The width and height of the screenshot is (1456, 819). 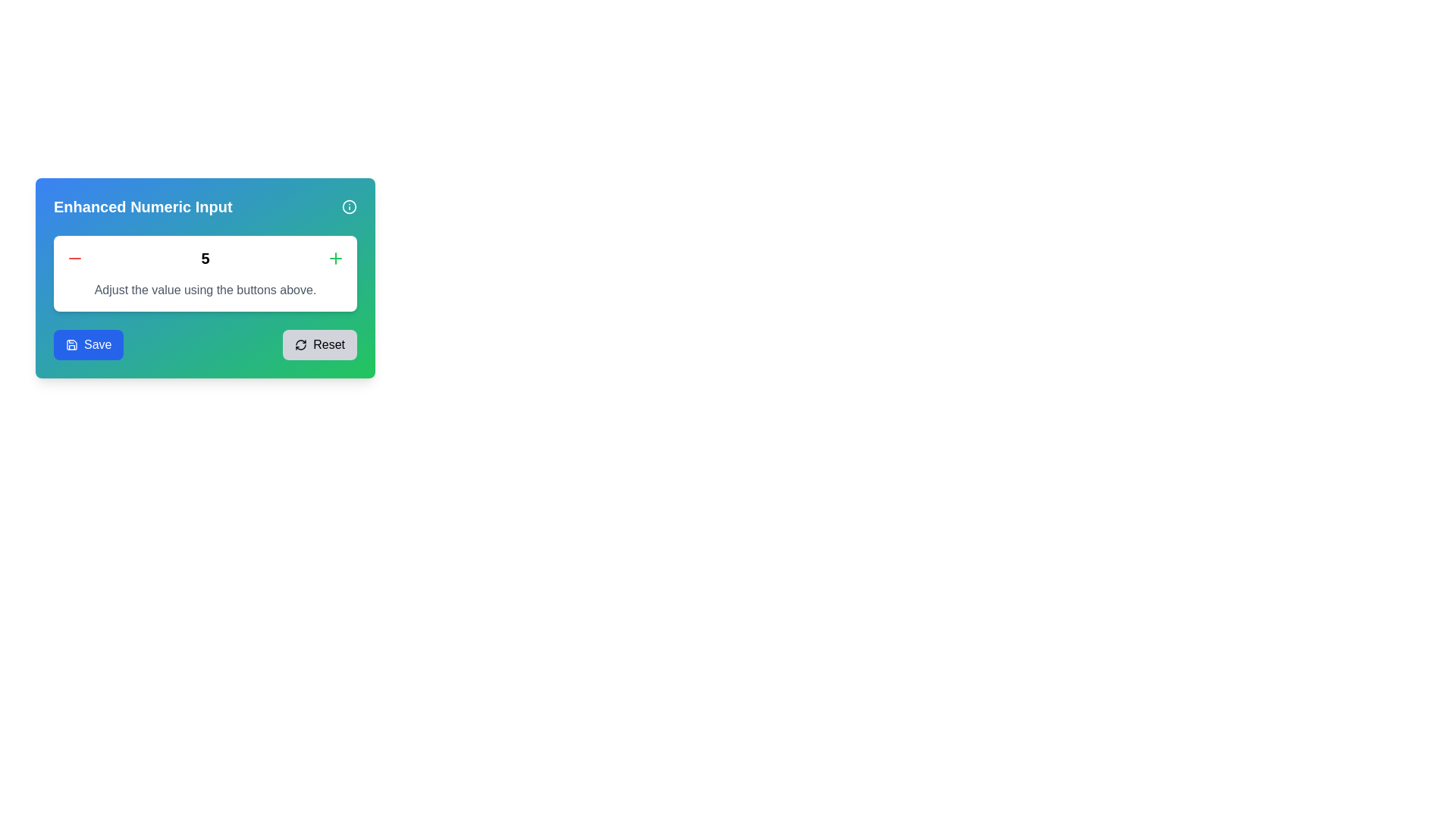 I want to click on the floppy disk icon located on the left side of the 'Save' button at the bottom-left of the enhanced numeric input card to indicate the button's meaning, so click(x=71, y=345).